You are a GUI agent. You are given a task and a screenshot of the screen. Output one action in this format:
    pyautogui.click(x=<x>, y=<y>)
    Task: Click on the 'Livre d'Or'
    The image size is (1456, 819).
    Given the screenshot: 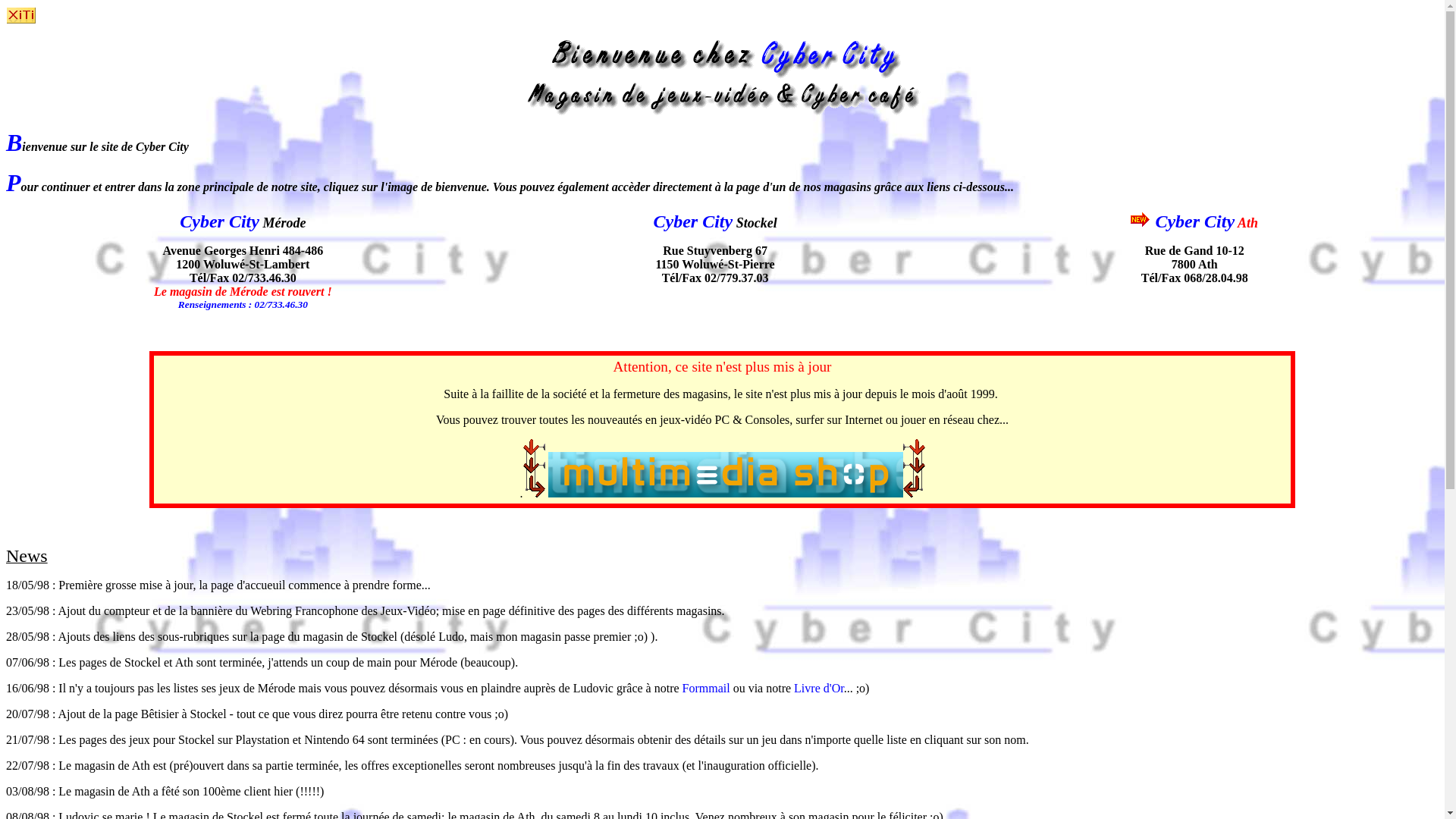 What is the action you would take?
    pyautogui.click(x=818, y=688)
    